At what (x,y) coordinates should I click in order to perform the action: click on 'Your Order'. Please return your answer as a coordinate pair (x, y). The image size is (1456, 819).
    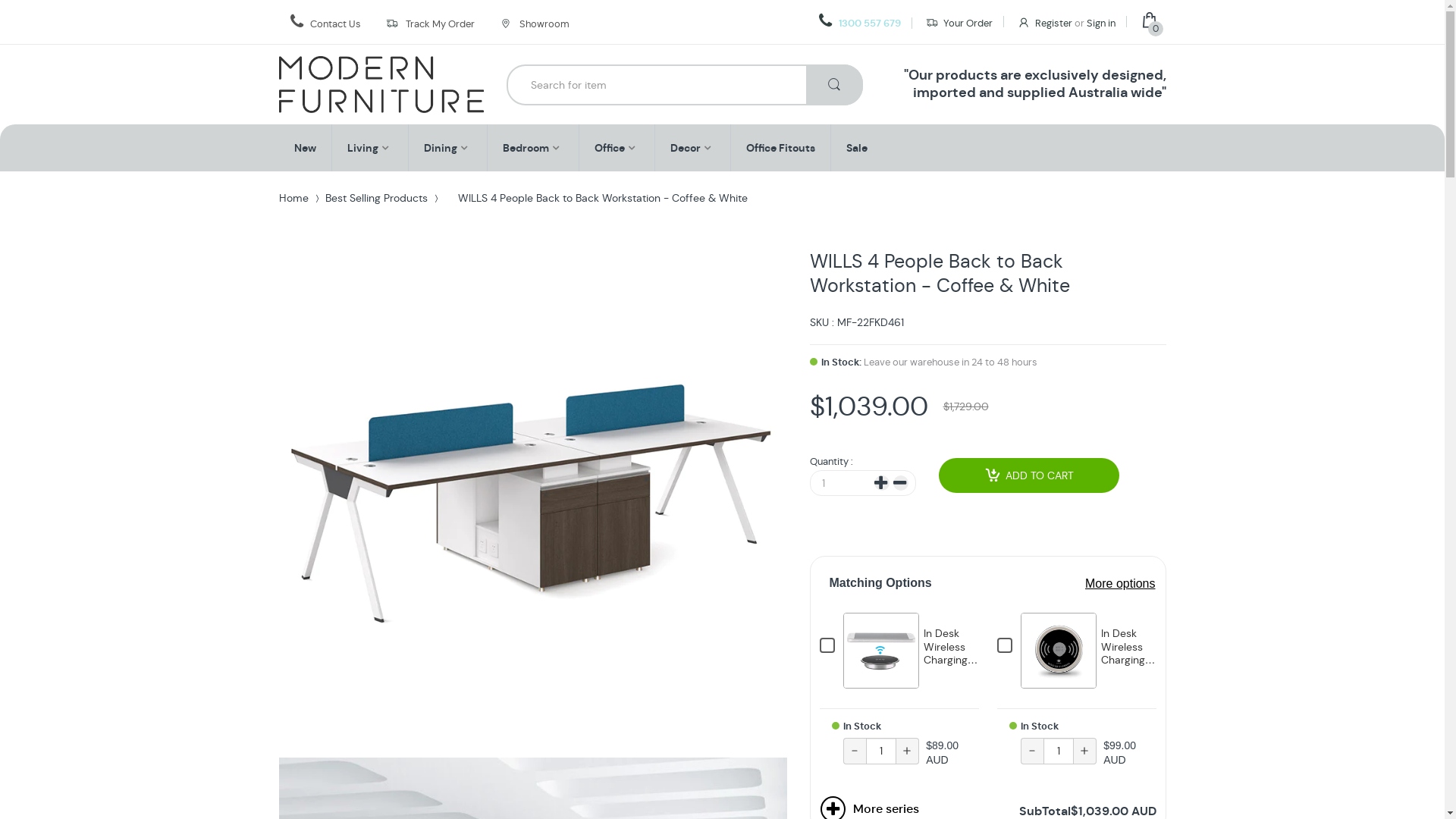
    Looking at the image, I should click on (924, 22).